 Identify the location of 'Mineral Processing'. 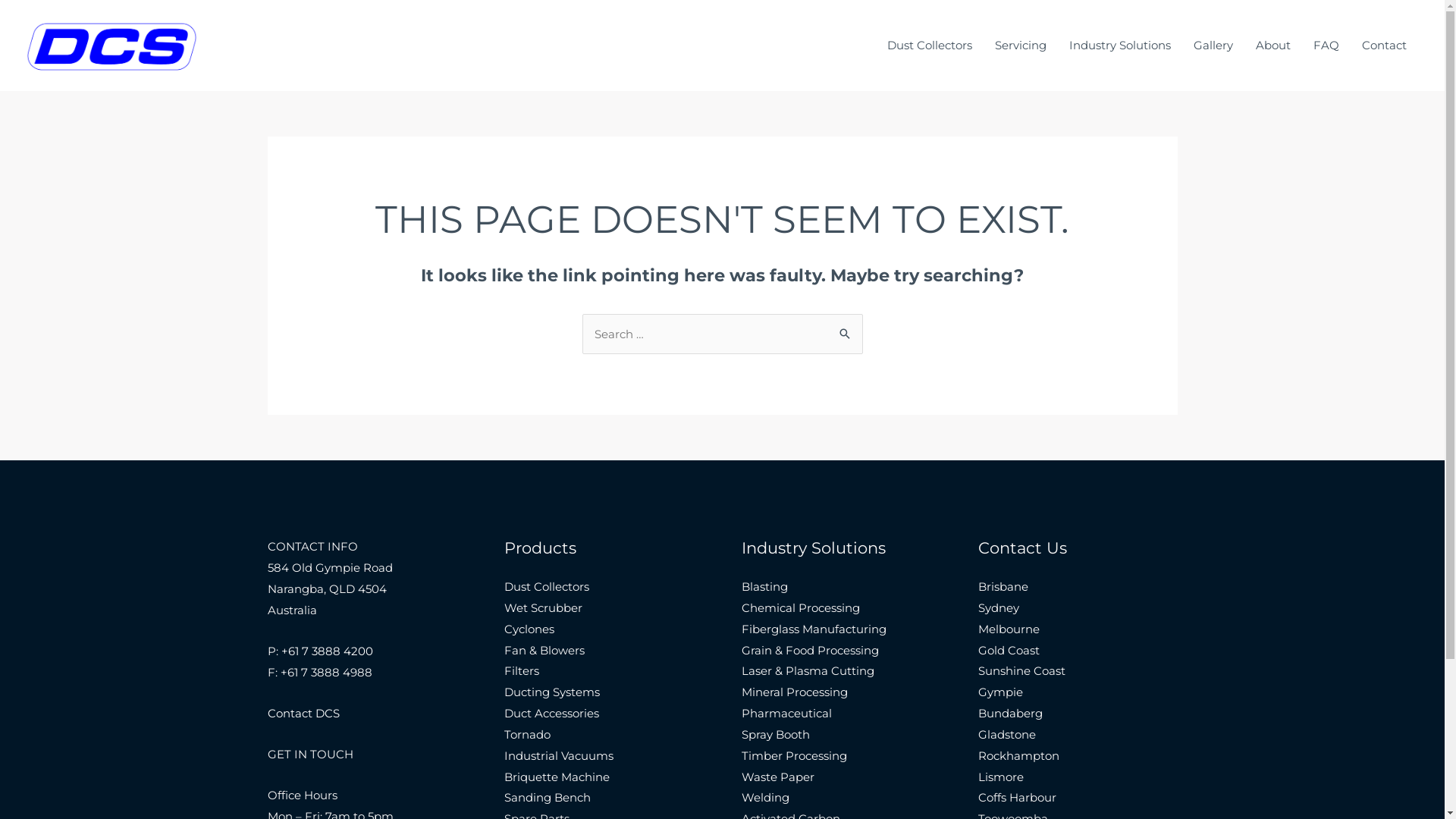
(742, 692).